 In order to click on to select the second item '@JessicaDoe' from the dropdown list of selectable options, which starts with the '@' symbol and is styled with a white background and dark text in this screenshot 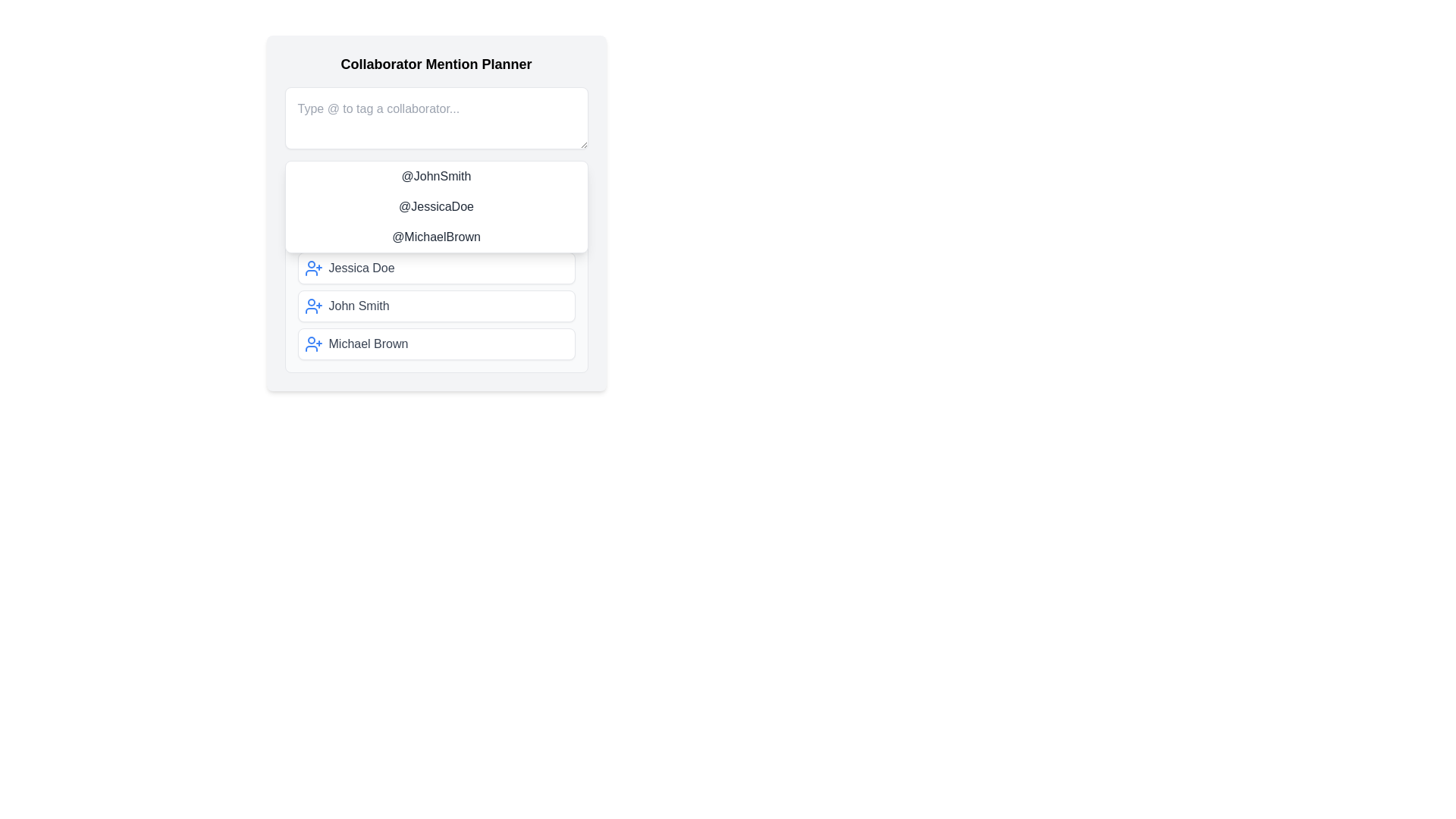, I will do `click(435, 207)`.